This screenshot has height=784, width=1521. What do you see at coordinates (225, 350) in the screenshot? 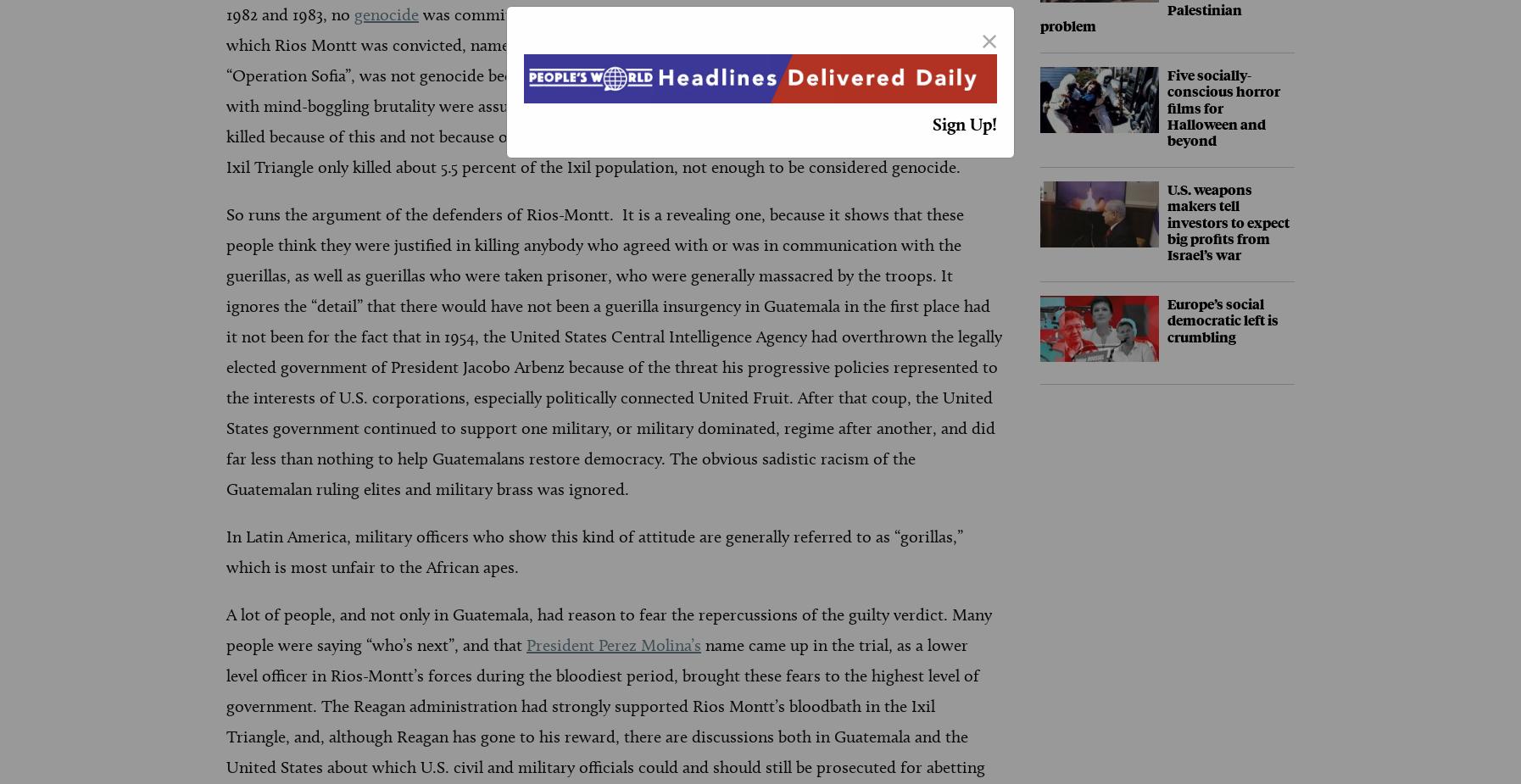
I see `'So runs the argument of the defenders of Rios-Montt.  It is a revealing one, because it shows that these people think they were justified in killing anybody who agreed with or was in communication with the guerillas, as well as guerillas who were taken prisoner, who were generally massacred by the troops. It ignores the “detail” that there would have not been a guerilla insurgency in Guatemala in the first place had it not been for the fact that in 1954, the United States Central Intelligence Agency had overthrown the legally elected government of President Jacobo Arbenz because of the threat his progressive policies represented to the interests of U.S. corporations, especially politically connected United Fruit. After that coup, the United States government continued to support one military, or military dominated, regime after another, and did far less than nothing to help Guatemalans restore democracy. The obvious sadistic racism of the Guatemalan ruling elites and military brass was ignored.'` at bounding box center [225, 350].